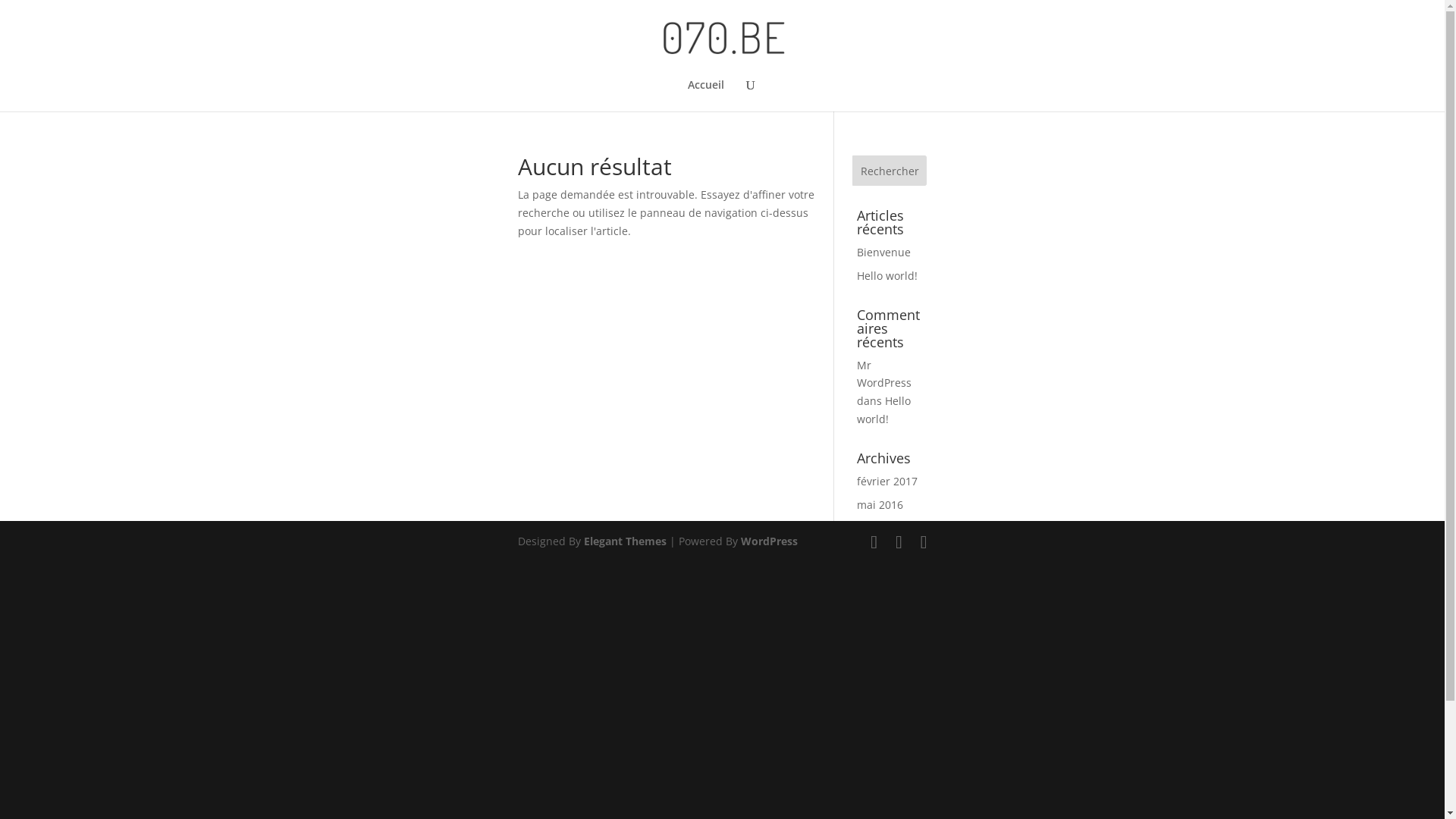 This screenshot has width=1456, height=819. What do you see at coordinates (625, 540) in the screenshot?
I see `'Elegant Themes'` at bounding box center [625, 540].